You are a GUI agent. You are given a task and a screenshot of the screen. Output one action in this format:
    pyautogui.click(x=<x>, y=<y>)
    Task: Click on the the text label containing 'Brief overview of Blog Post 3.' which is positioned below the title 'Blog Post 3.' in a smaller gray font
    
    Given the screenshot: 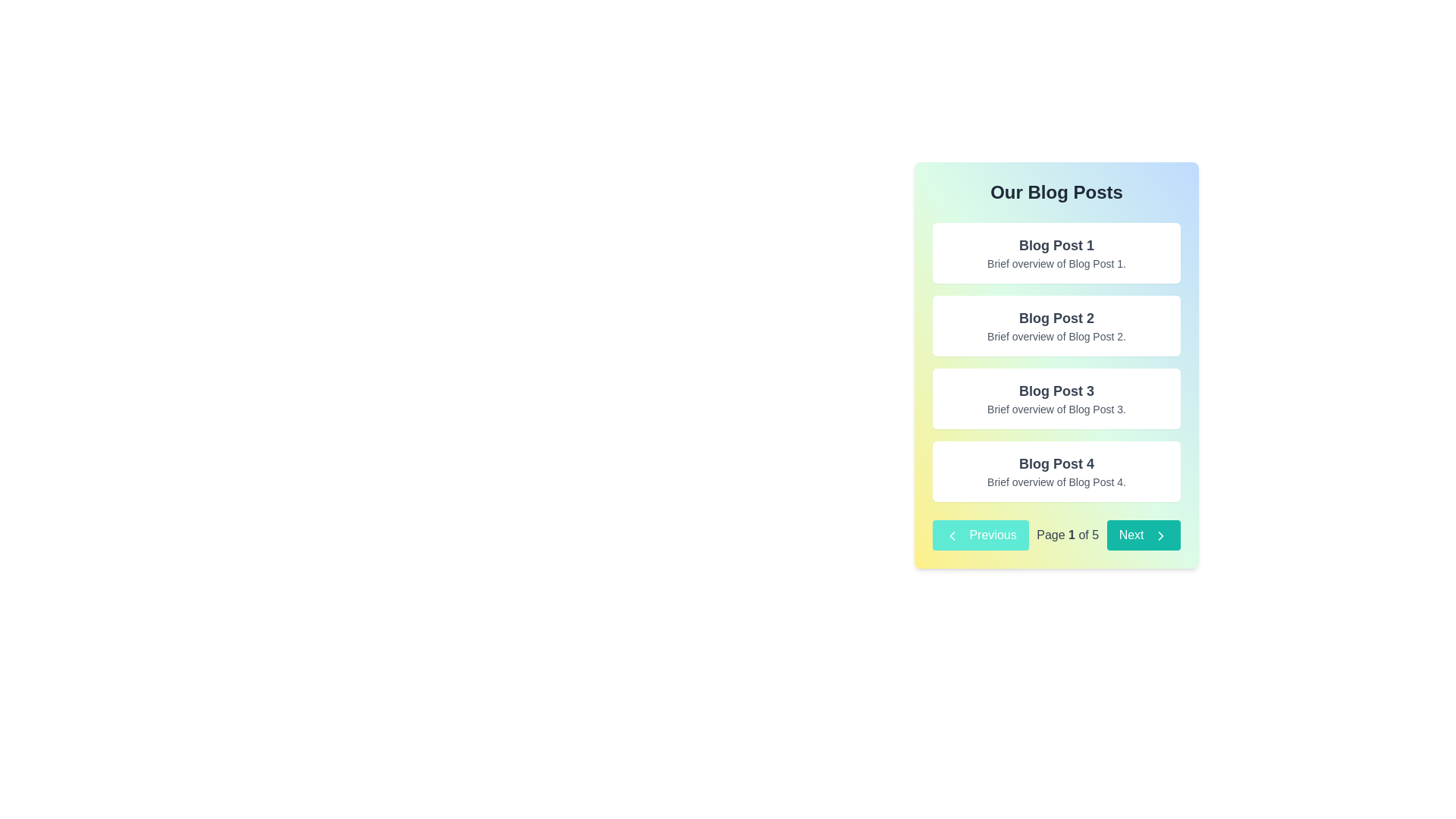 What is the action you would take?
    pyautogui.click(x=1056, y=409)
    